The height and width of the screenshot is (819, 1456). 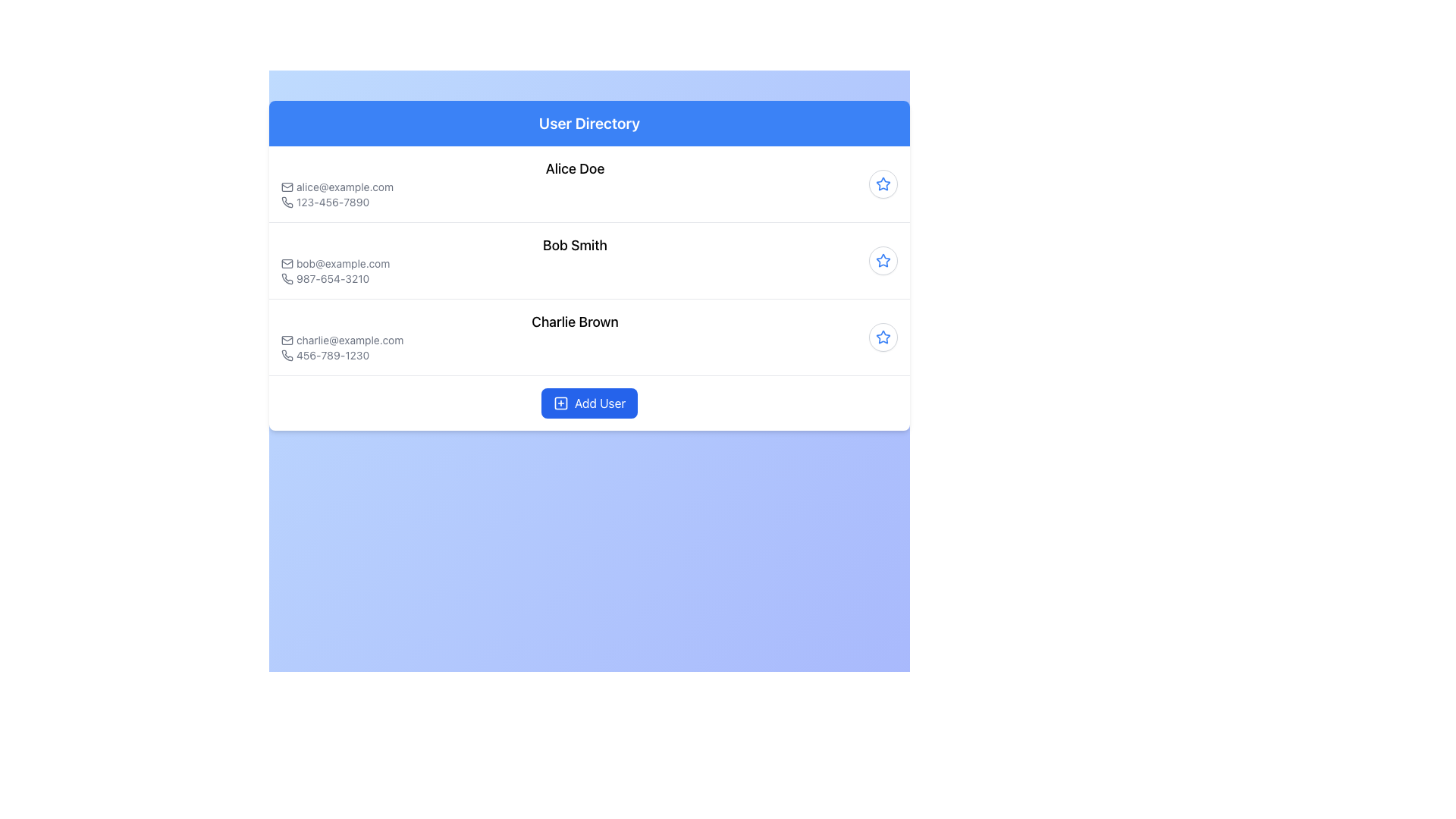 I want to click on the text label displaying 'Charlie Brown', which identifies a user in the User Directory list, so click(x=574, y=321).